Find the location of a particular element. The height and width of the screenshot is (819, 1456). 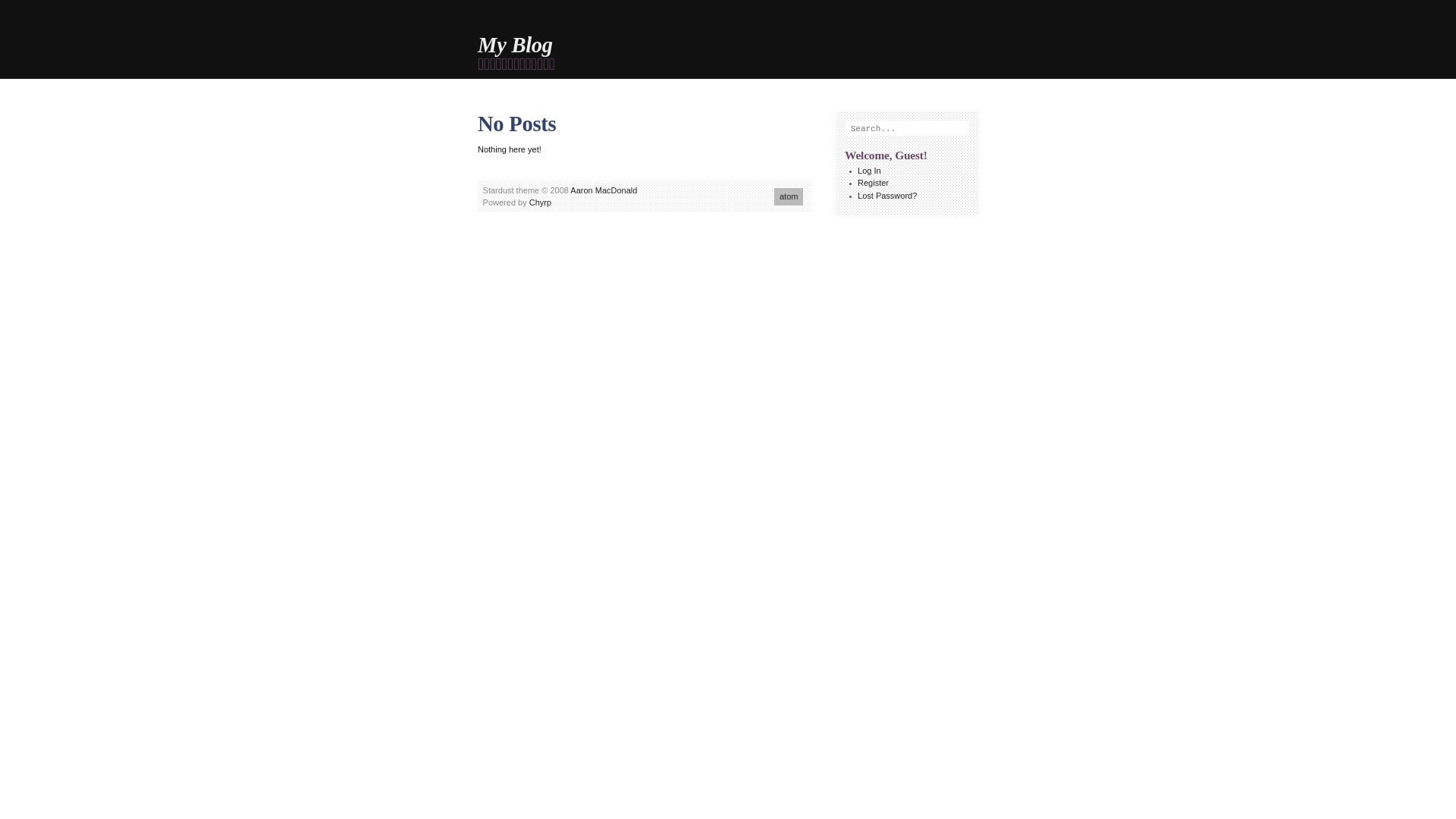

'Register' is located at coordinates (873, 181).